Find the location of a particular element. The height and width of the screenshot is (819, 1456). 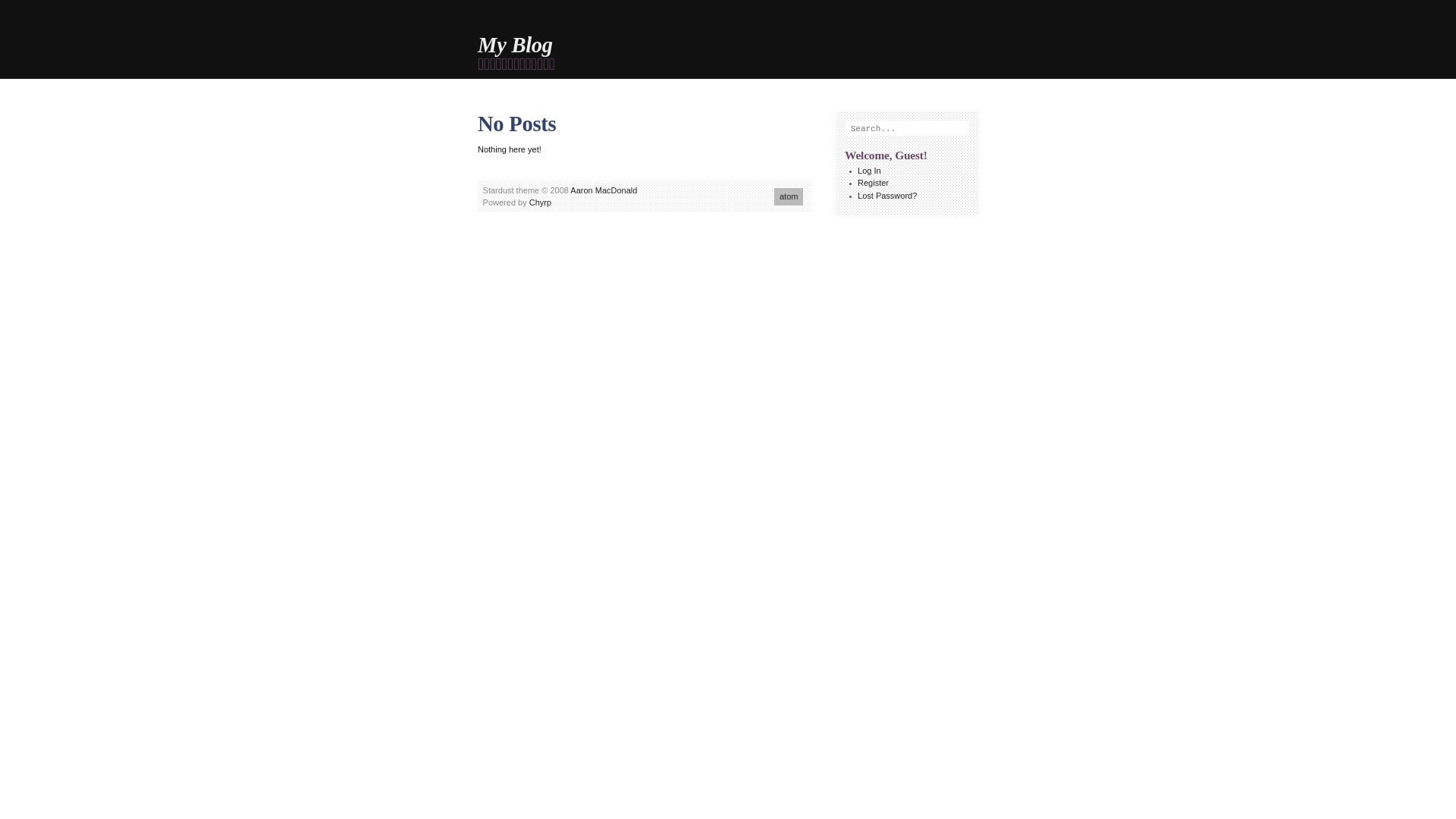

'Register' is located at coordinates (873, 181).